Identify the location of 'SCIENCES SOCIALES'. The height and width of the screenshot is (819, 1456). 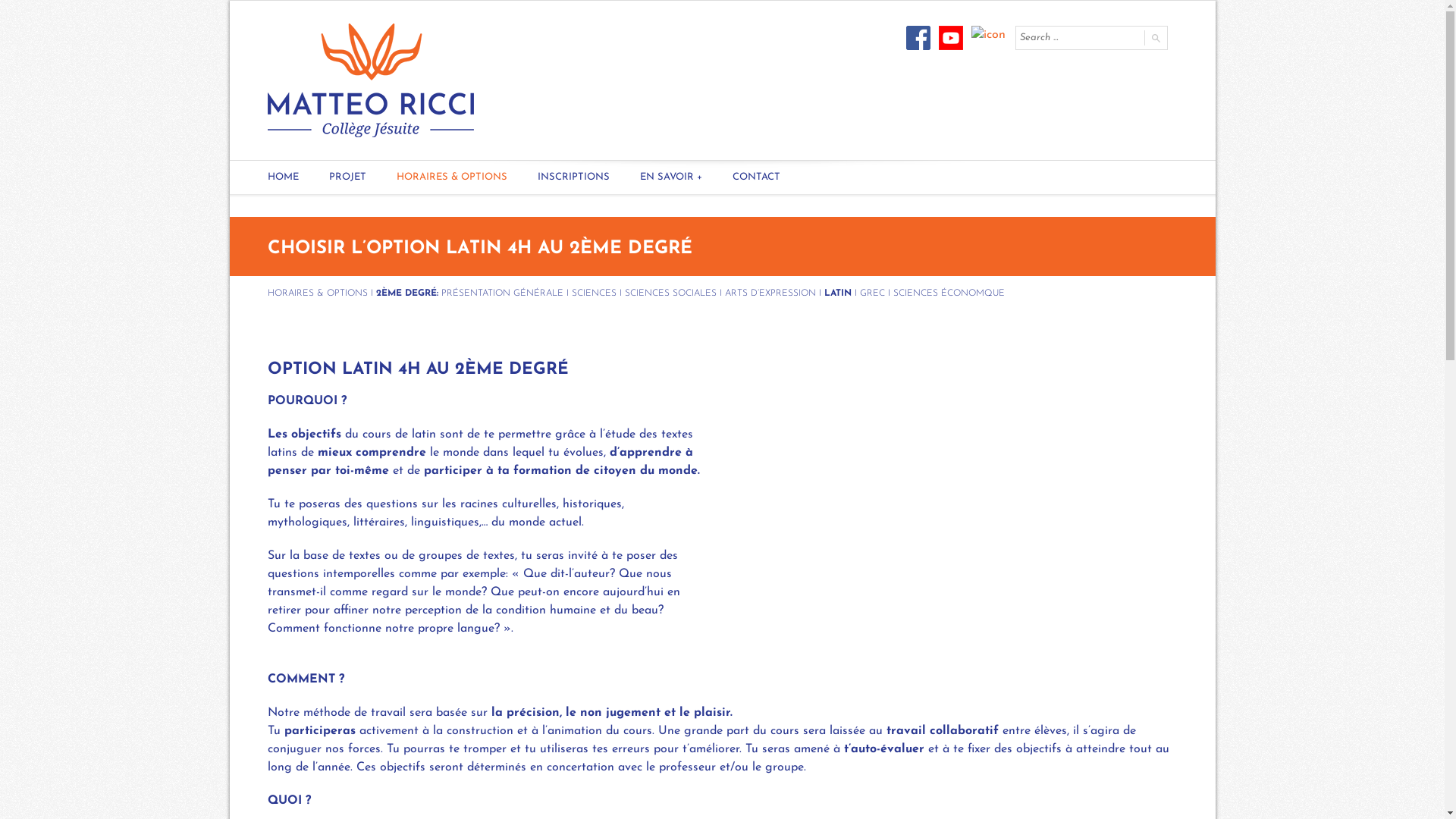
(670, 293).